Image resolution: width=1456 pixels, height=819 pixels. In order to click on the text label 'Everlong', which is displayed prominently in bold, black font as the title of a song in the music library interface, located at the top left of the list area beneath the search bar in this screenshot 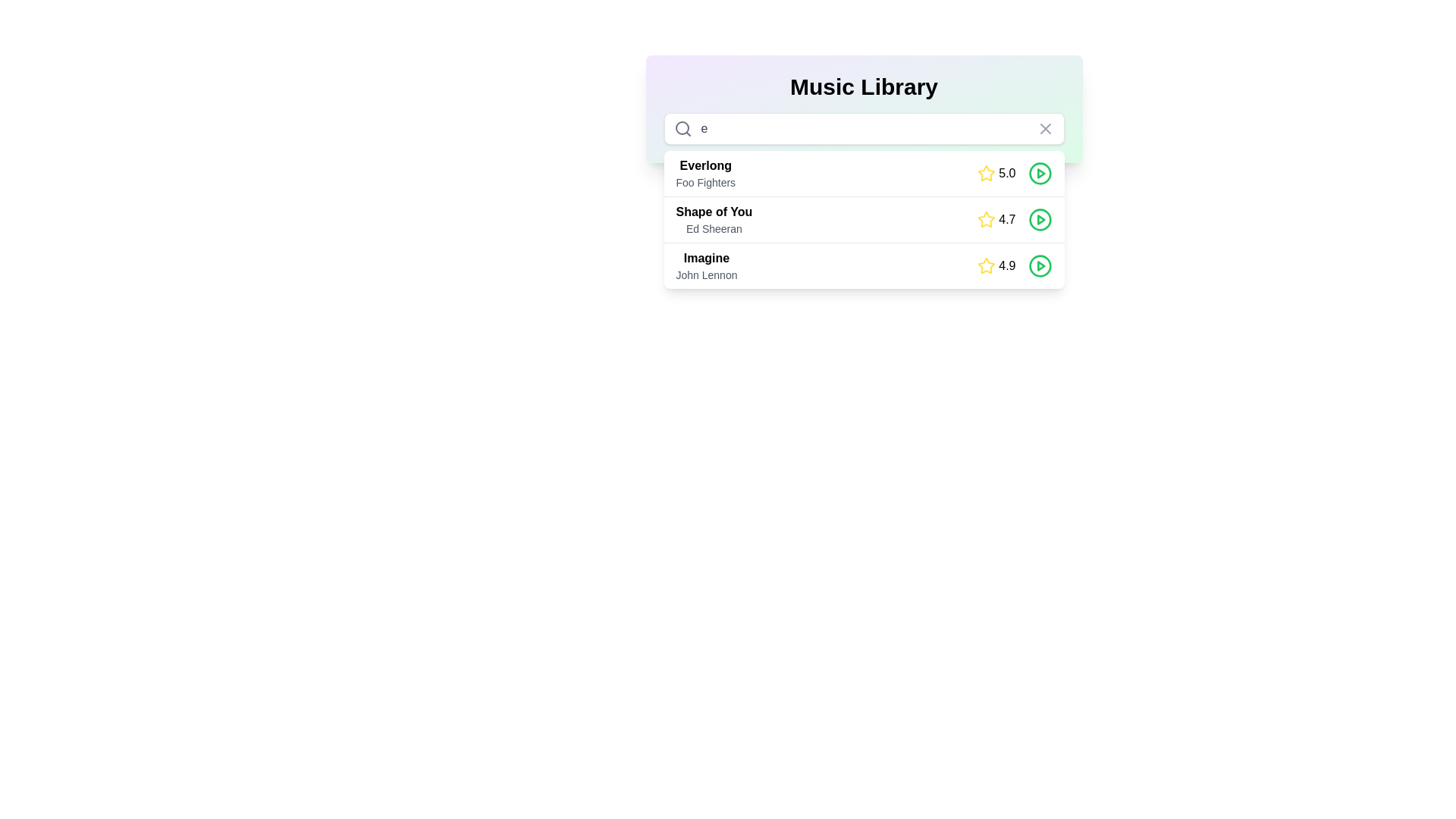, I will do `click(704, 166)`.